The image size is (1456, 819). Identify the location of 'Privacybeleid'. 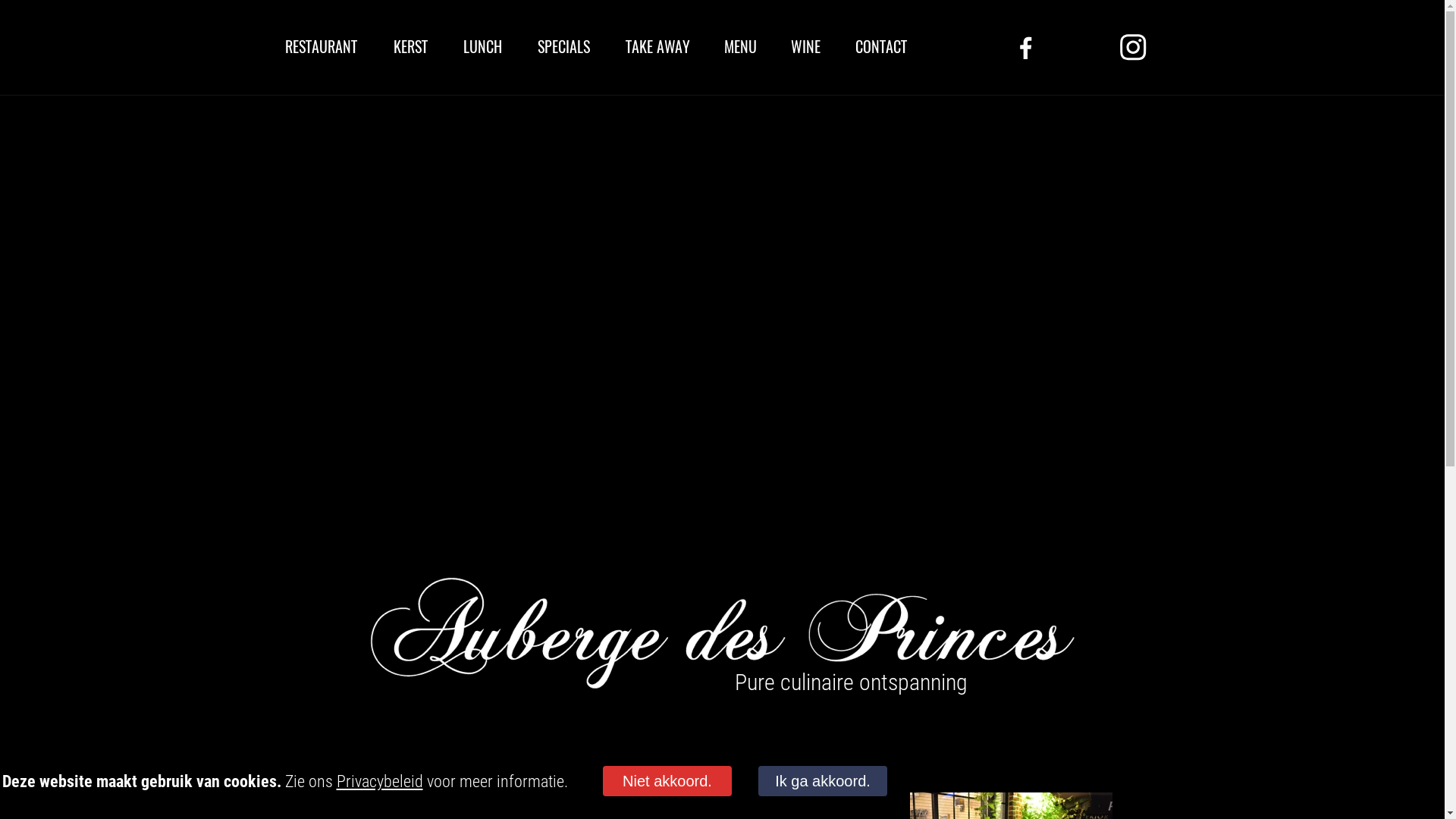
(379, 781).